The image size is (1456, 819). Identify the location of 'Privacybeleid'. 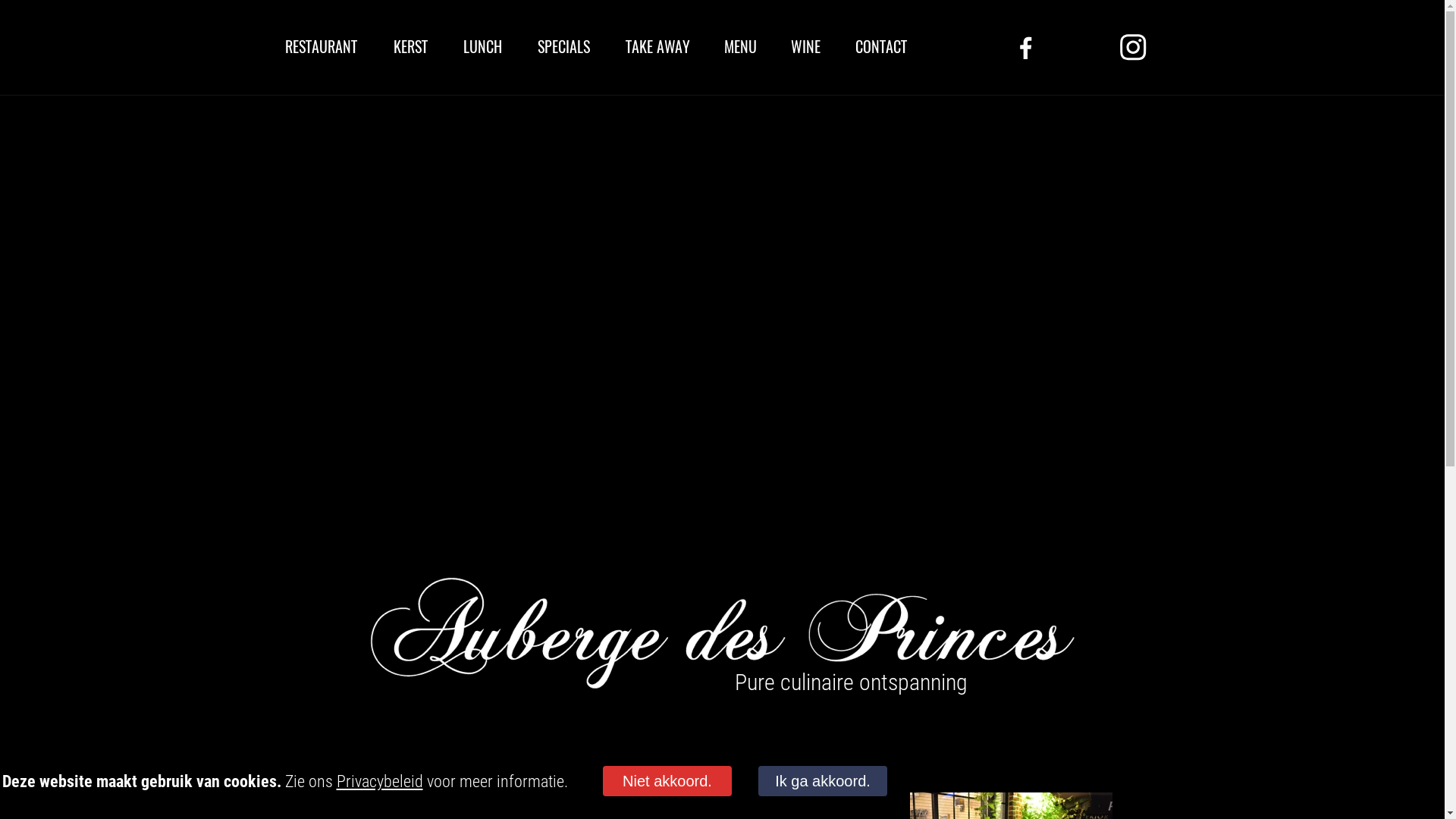
(379, 781).